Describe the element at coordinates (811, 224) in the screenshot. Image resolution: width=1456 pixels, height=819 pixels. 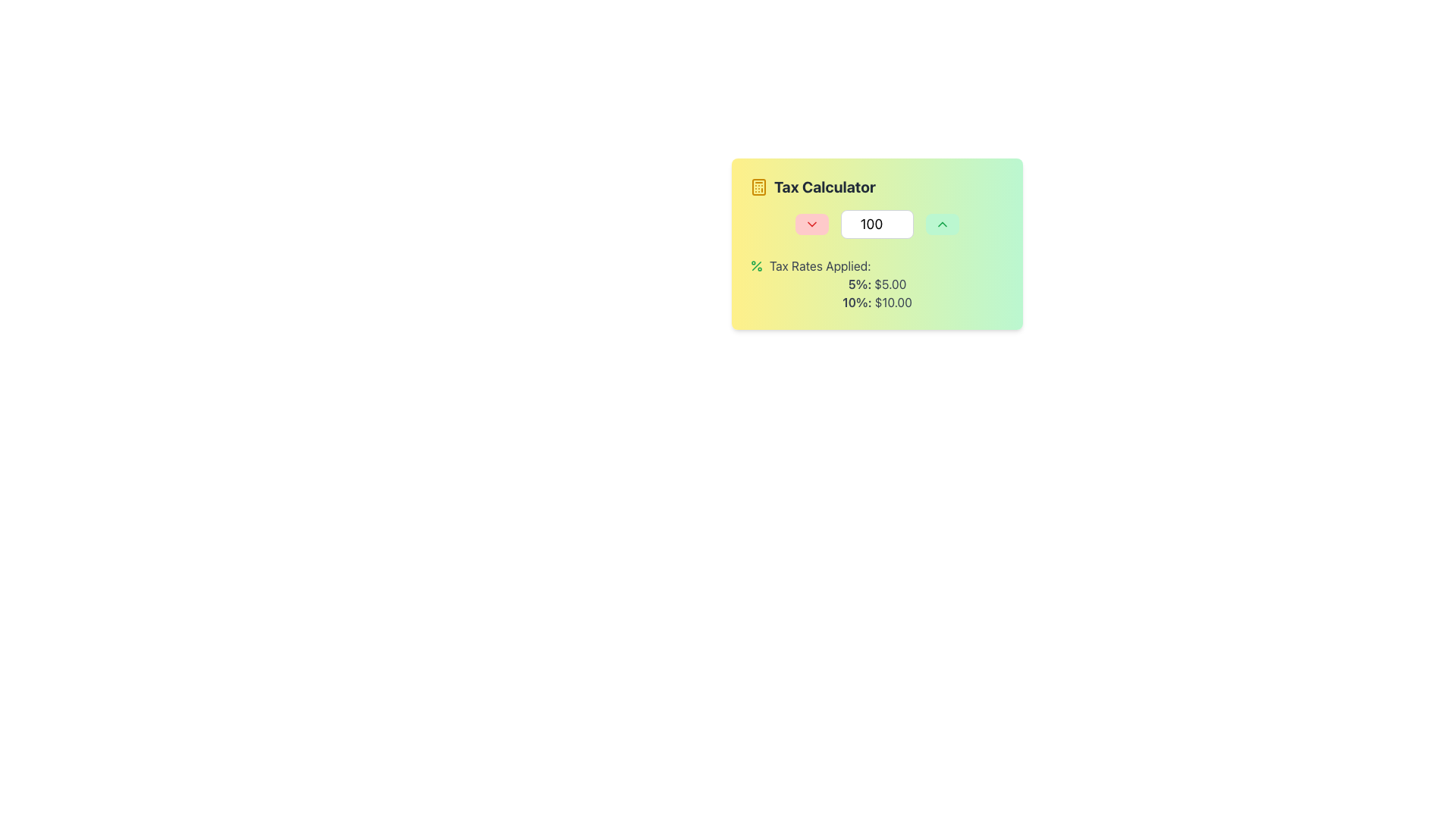
I see `the red button with a downward-pointing chevron icon located in the input section of the tax calculator interface` at that location.